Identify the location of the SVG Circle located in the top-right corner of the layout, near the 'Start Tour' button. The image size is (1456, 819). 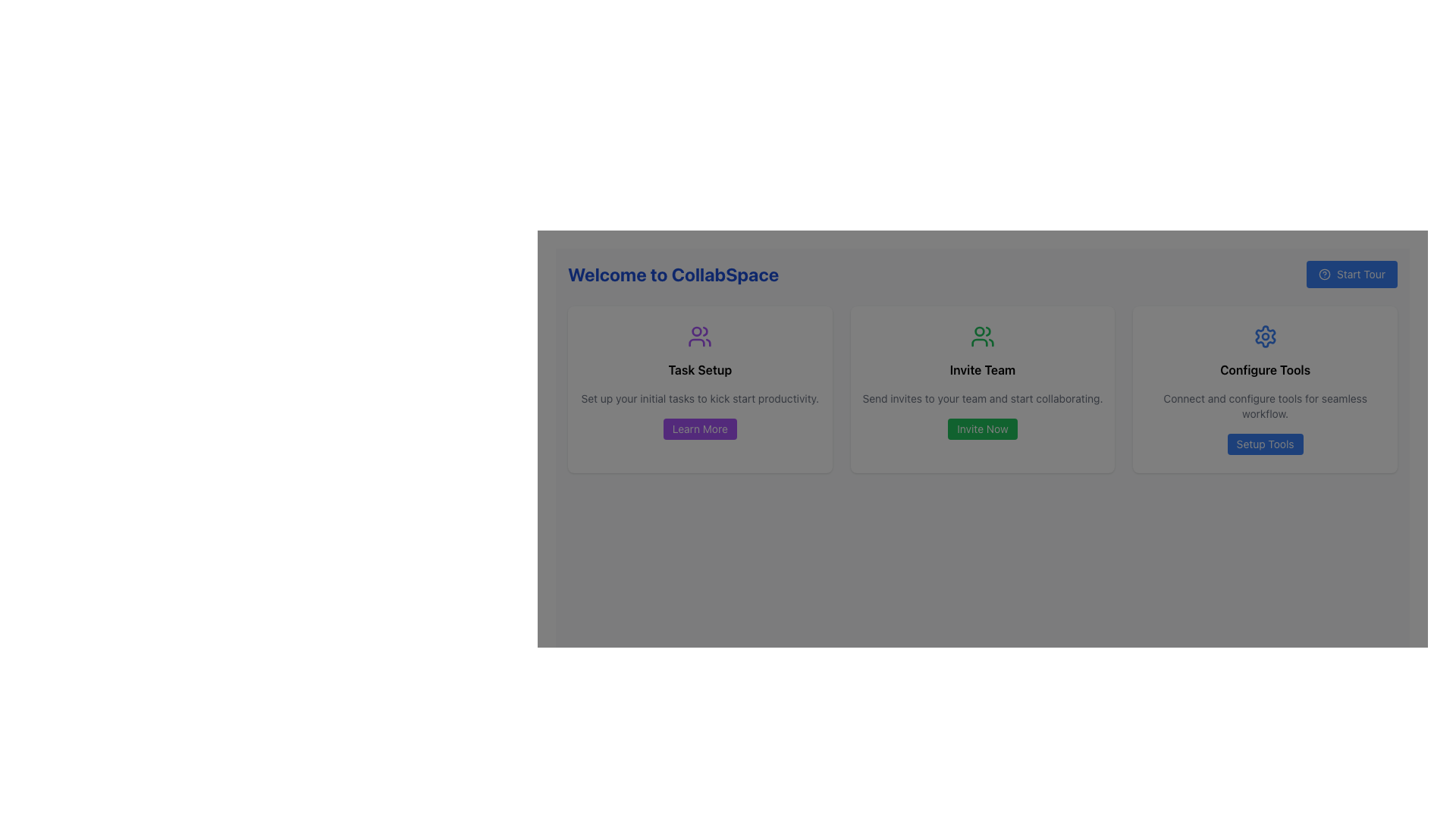
(1324, 275).